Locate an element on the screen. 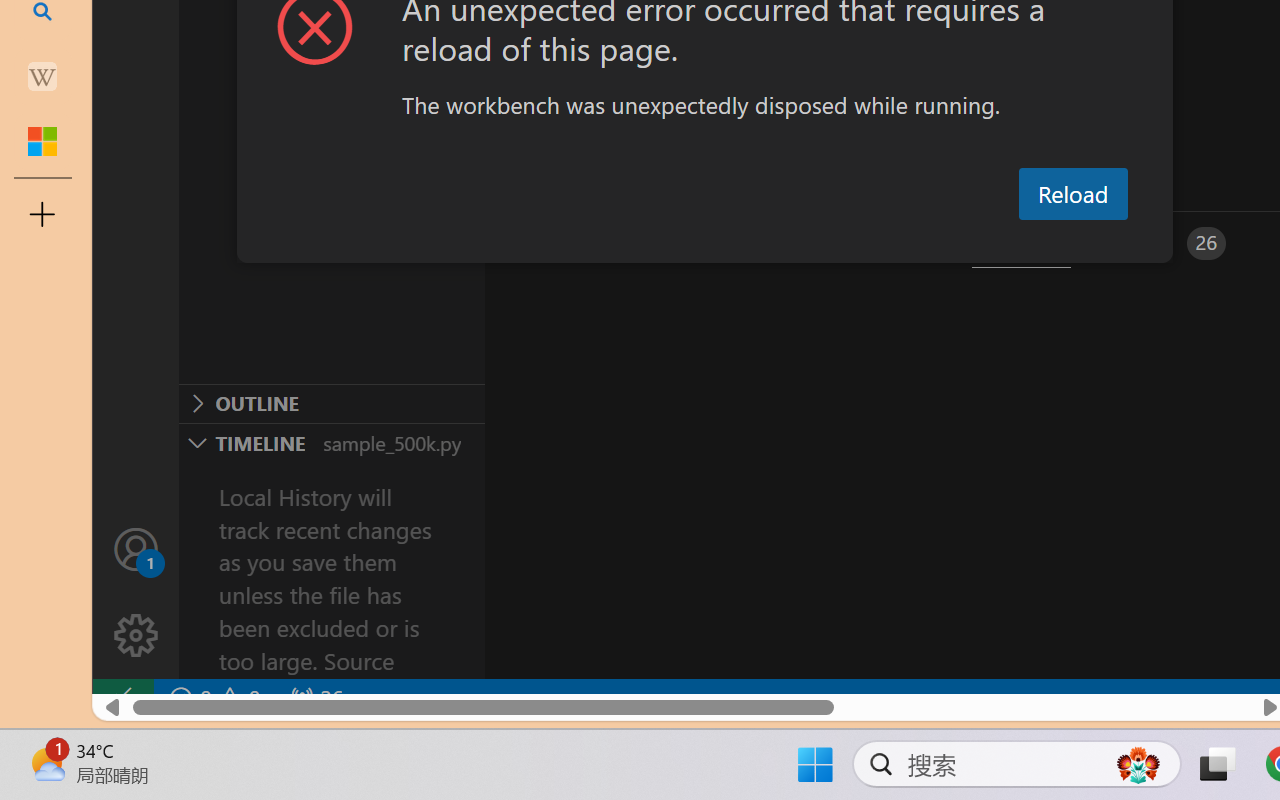 The width and height of the screenshot is (1280, 800). 'Ports - 26 forwarded ports' is located at coordinates (1165, 242).